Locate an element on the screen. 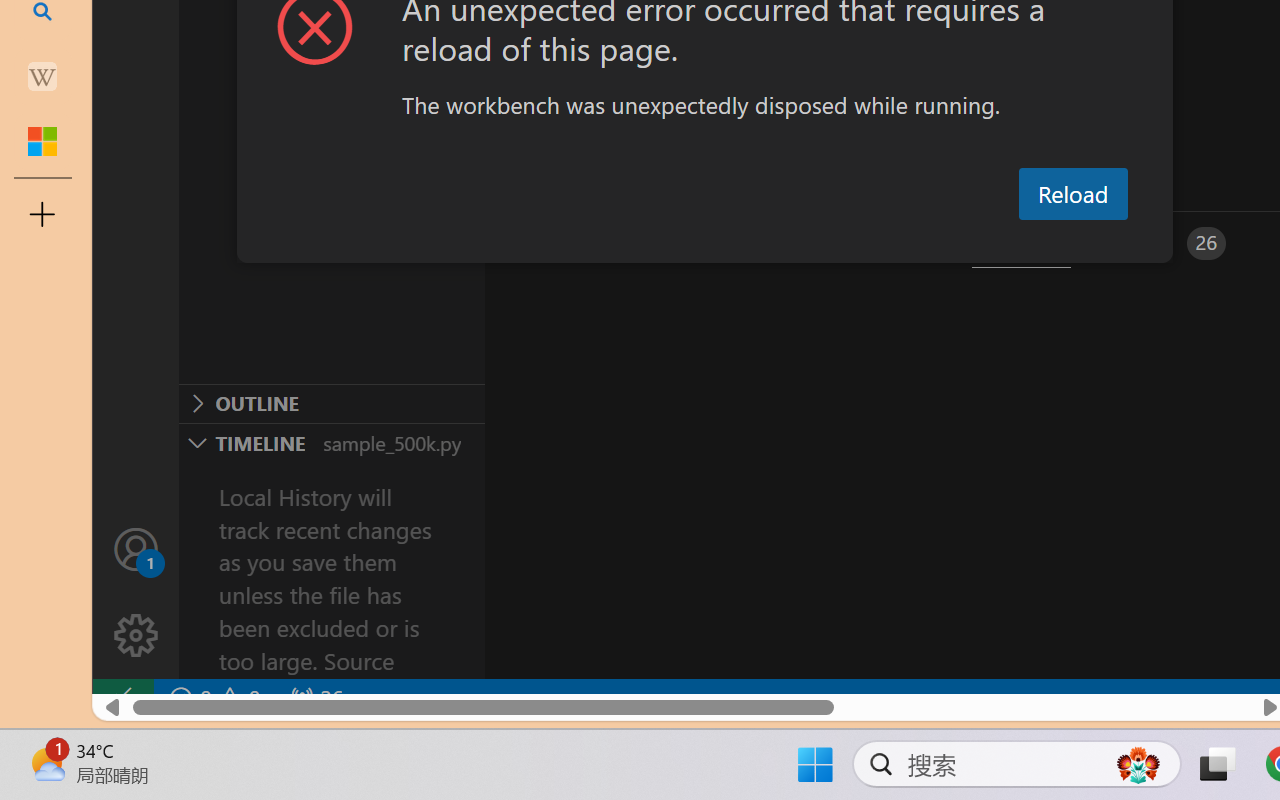 The width and height of the screenshot is (1280, 800). 'Ports - 26 forwarded ports' is located at coordinates (1165, 242).